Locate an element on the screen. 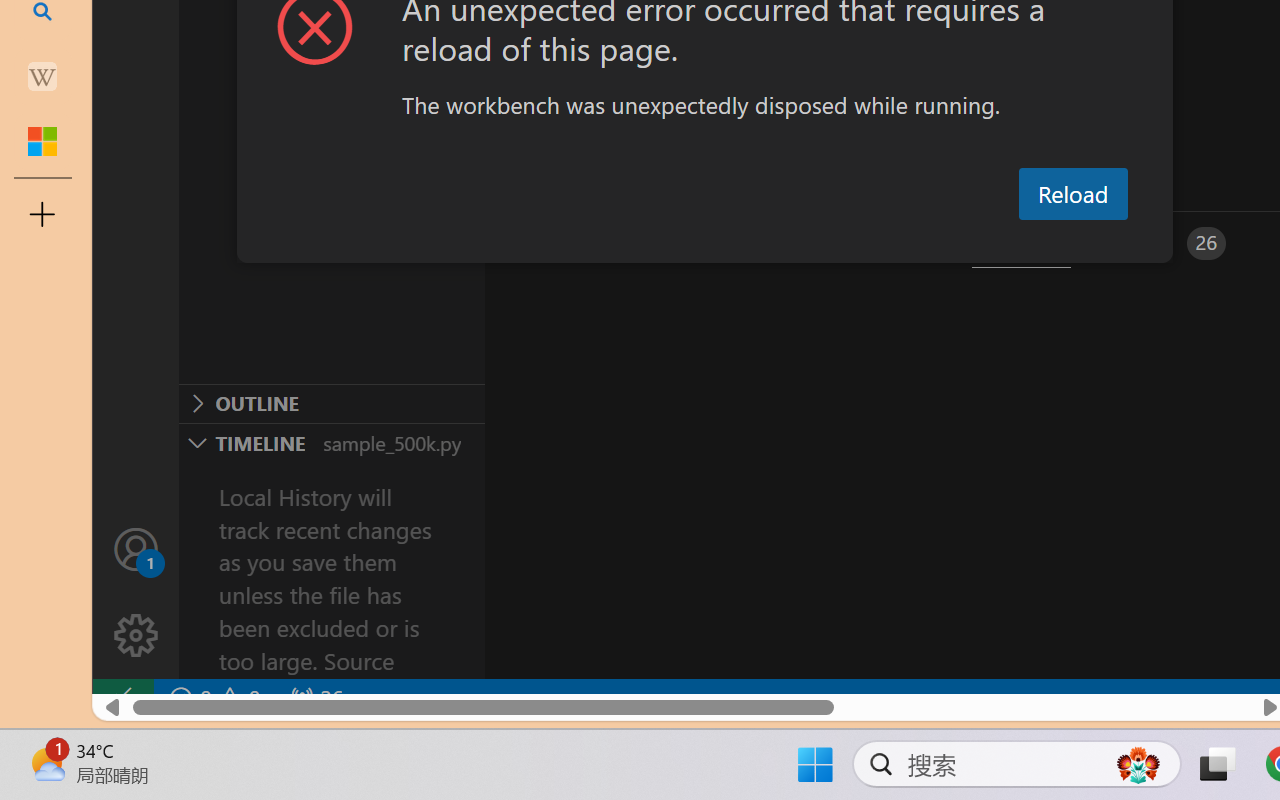 The width and height of the screenshot is (1280, 800). 'Ports - 26 forwarded ports' is located at coordinates (1165, 242).